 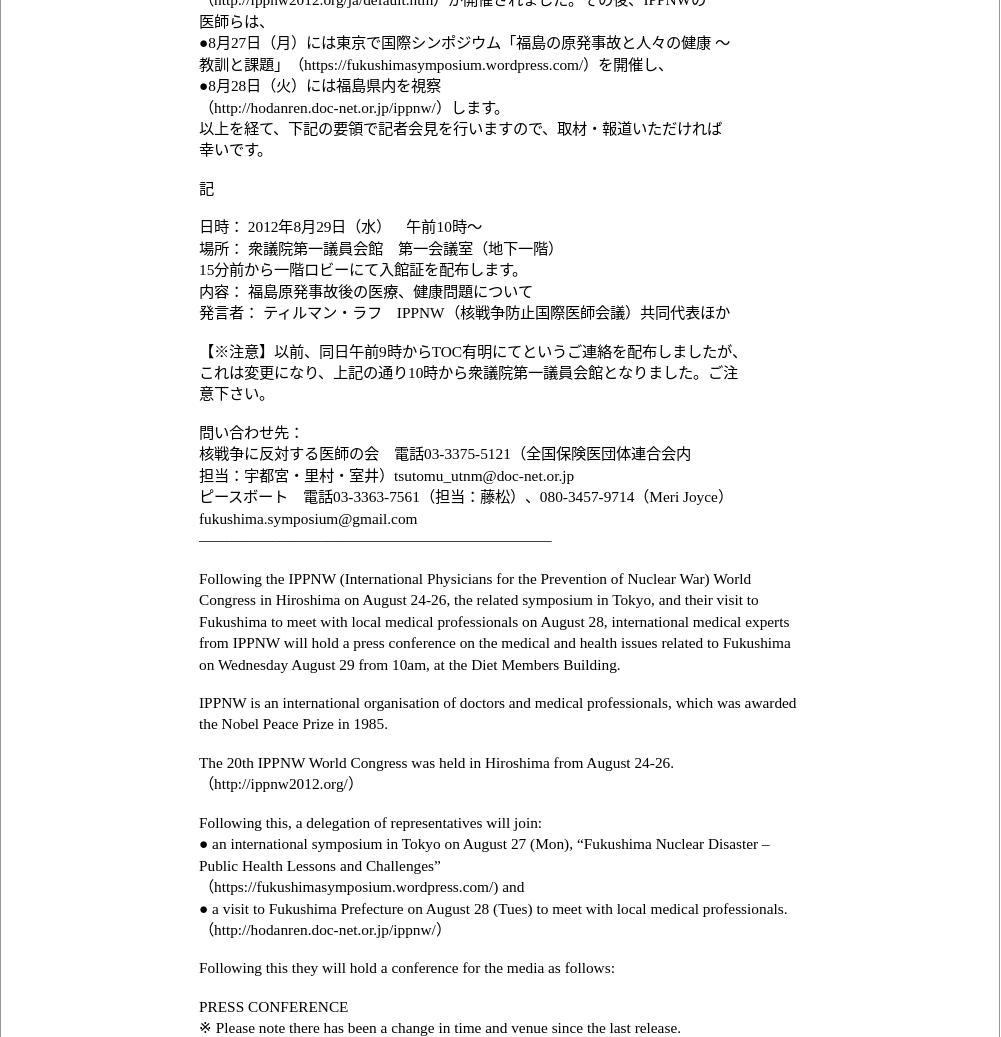 I want to click on 'Following this, a delegation of representatives will join:', so click(x=369, y=821).